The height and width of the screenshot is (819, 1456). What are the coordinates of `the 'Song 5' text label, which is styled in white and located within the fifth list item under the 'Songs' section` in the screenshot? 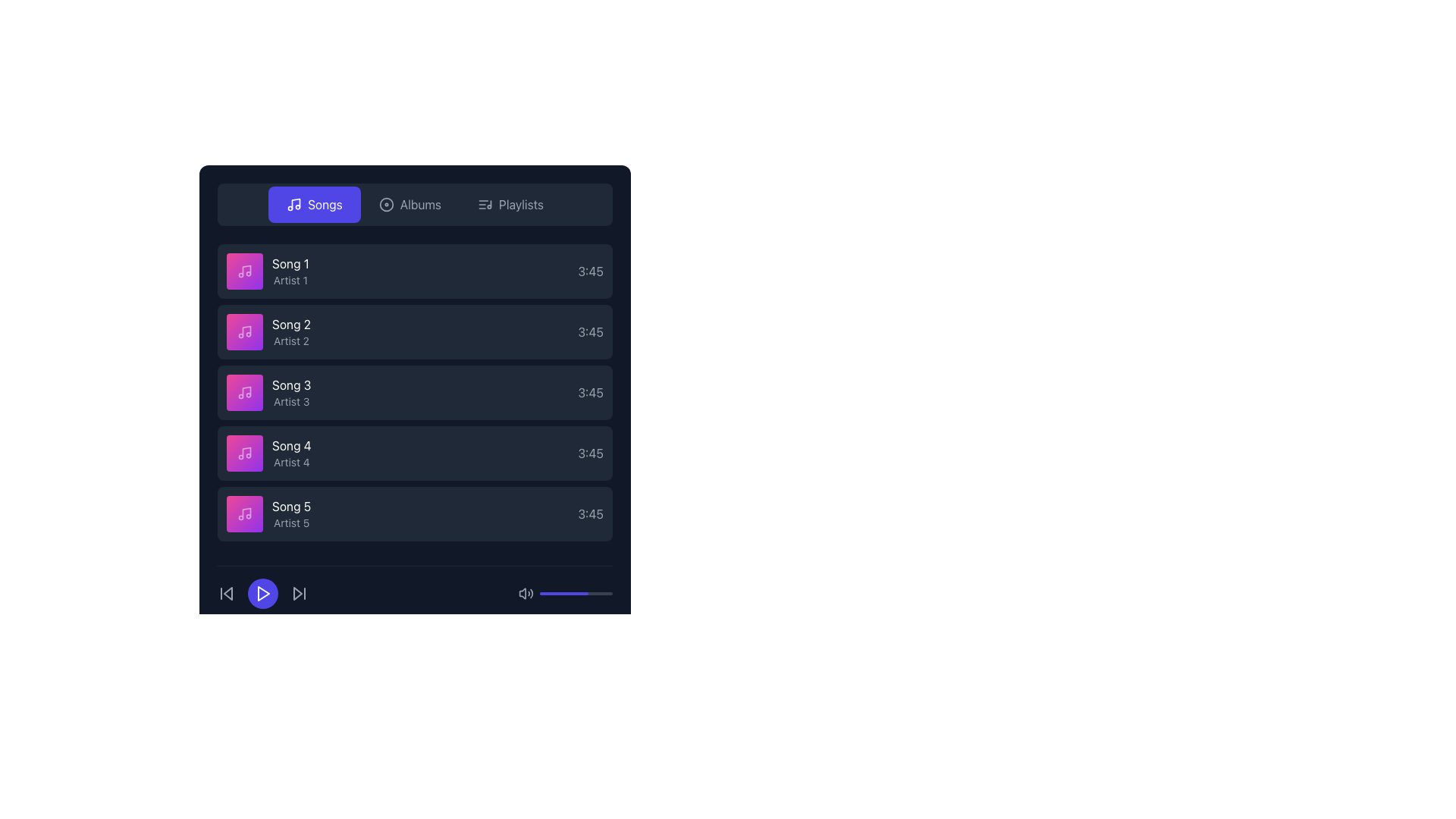 It's located at (291, 506).